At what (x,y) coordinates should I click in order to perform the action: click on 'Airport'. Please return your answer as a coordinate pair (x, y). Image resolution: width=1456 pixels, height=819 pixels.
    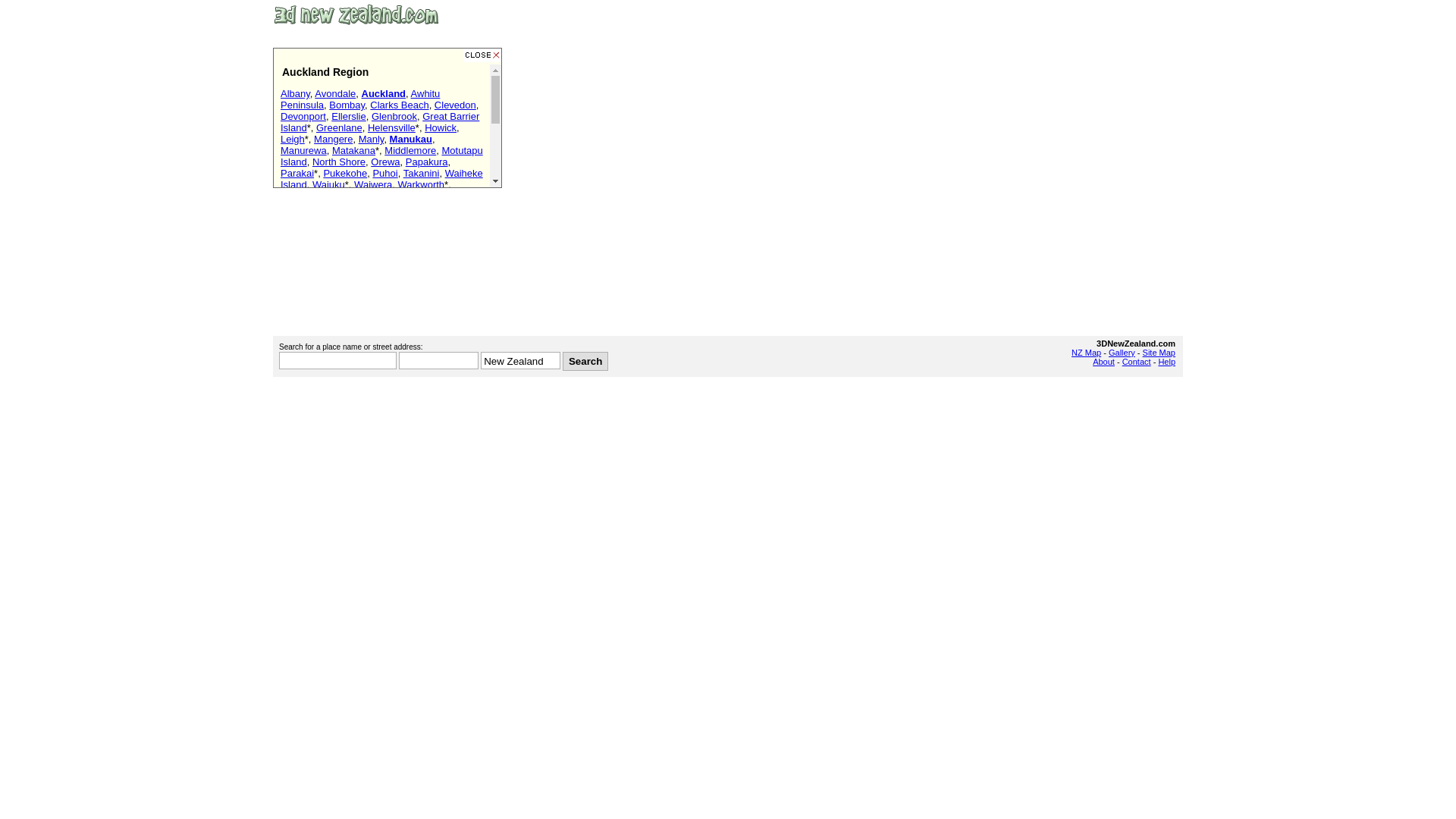
    Looking at the image, I should click on (280, 218).